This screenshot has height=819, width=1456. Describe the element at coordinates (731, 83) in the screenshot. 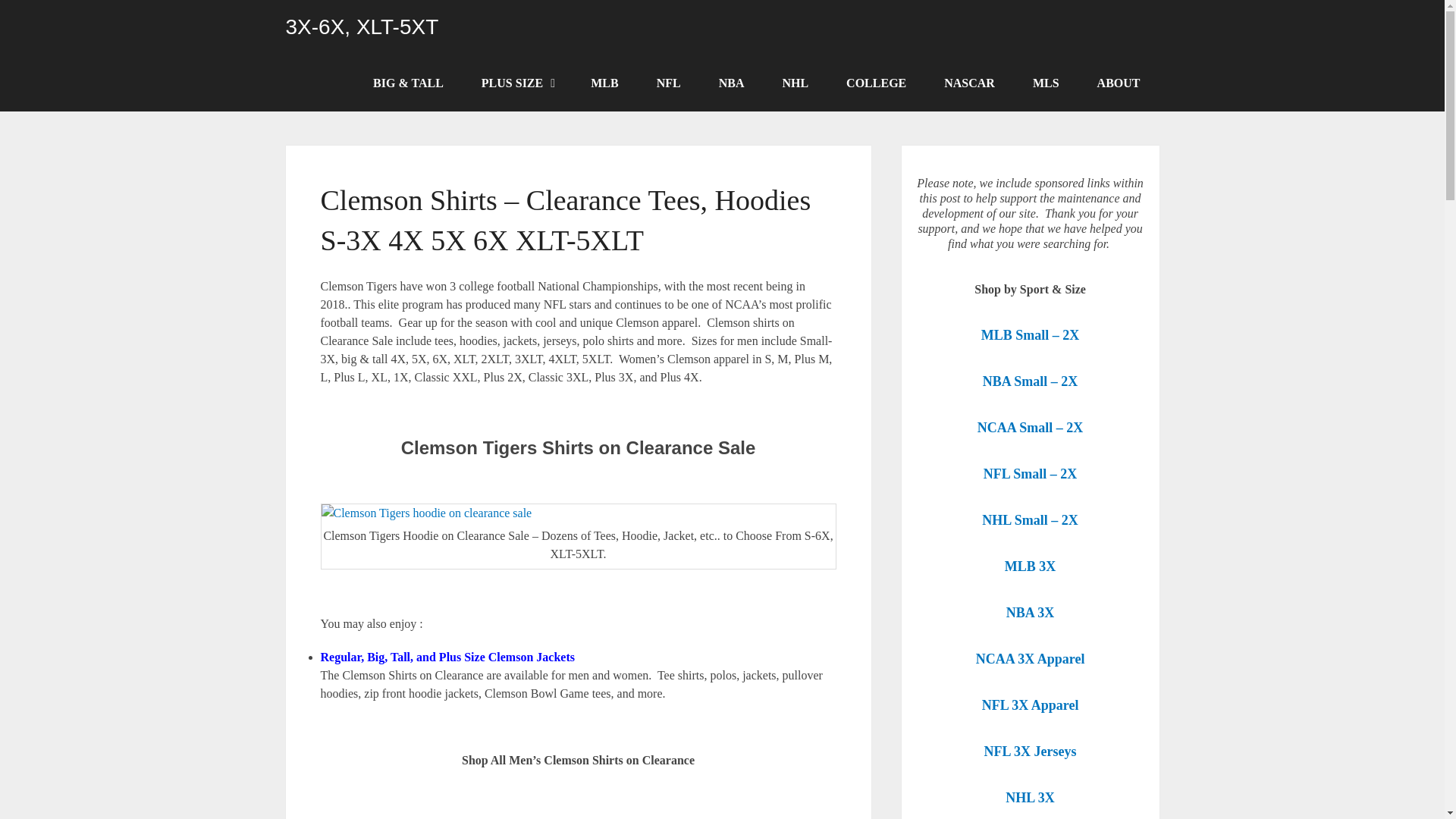

I see `'NBA'` at that location.